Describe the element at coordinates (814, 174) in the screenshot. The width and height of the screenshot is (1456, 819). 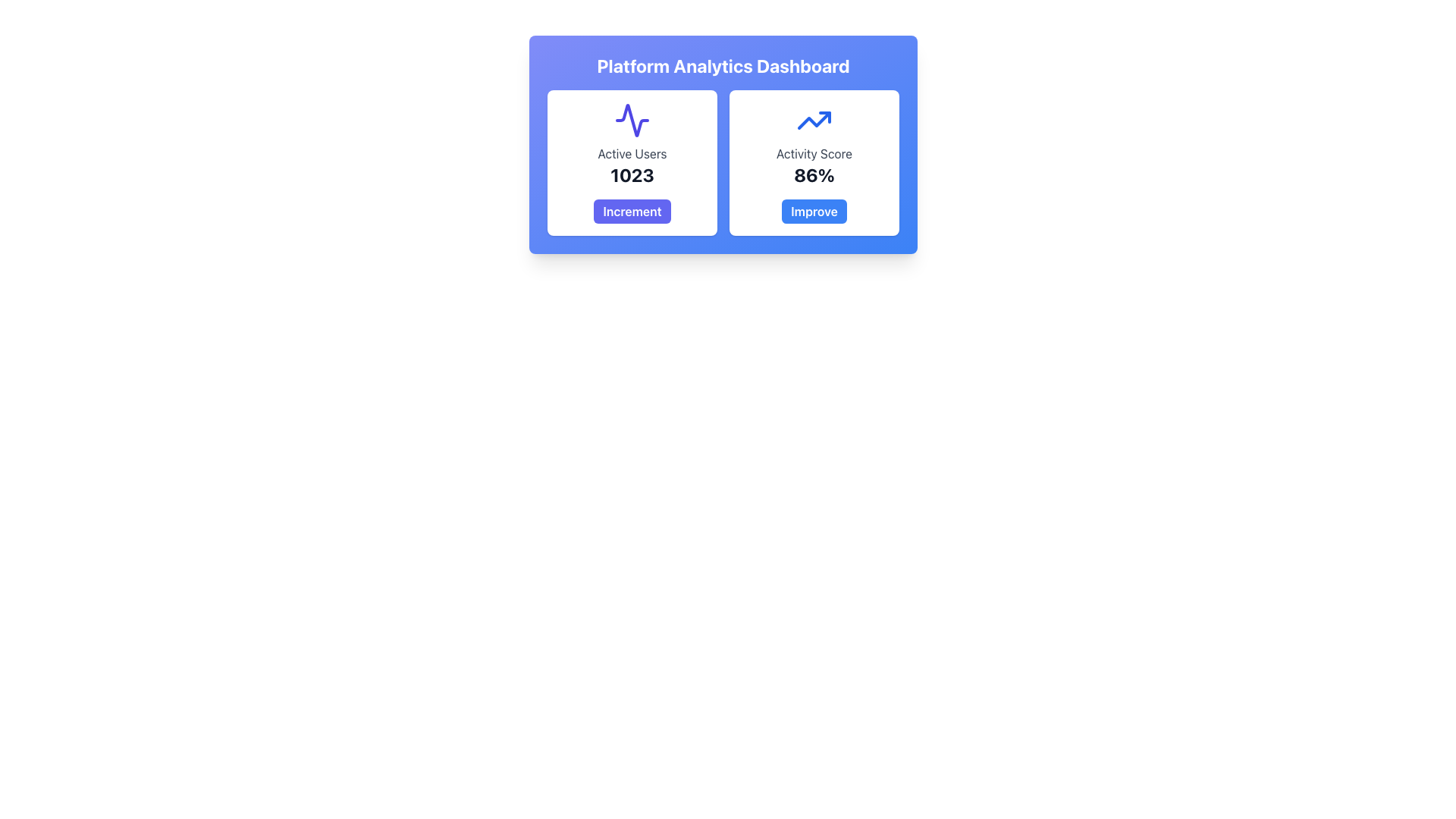
I see `the Text Display element that shows '86%' in a large, bold sans-serif font, which is centered within the 'Activity Score' card component` at that location.